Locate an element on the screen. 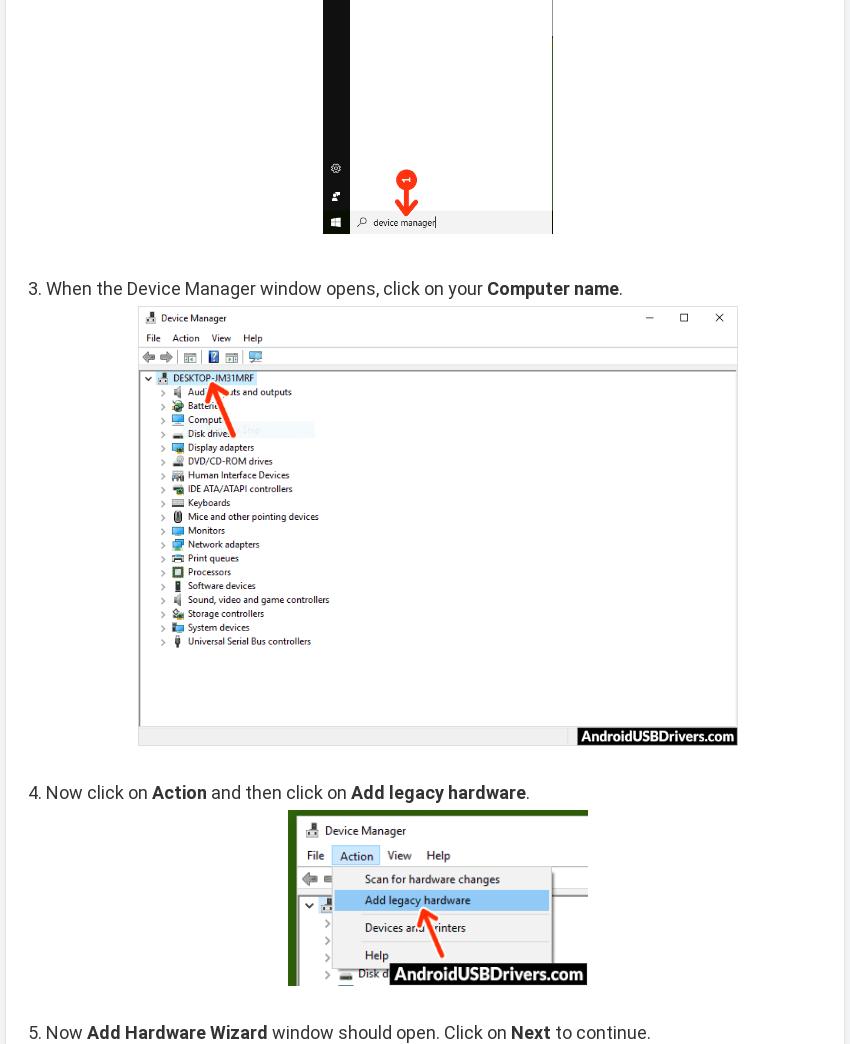 The image size is (850, 1044). 'Next' is located at coordinates (529, 1031).